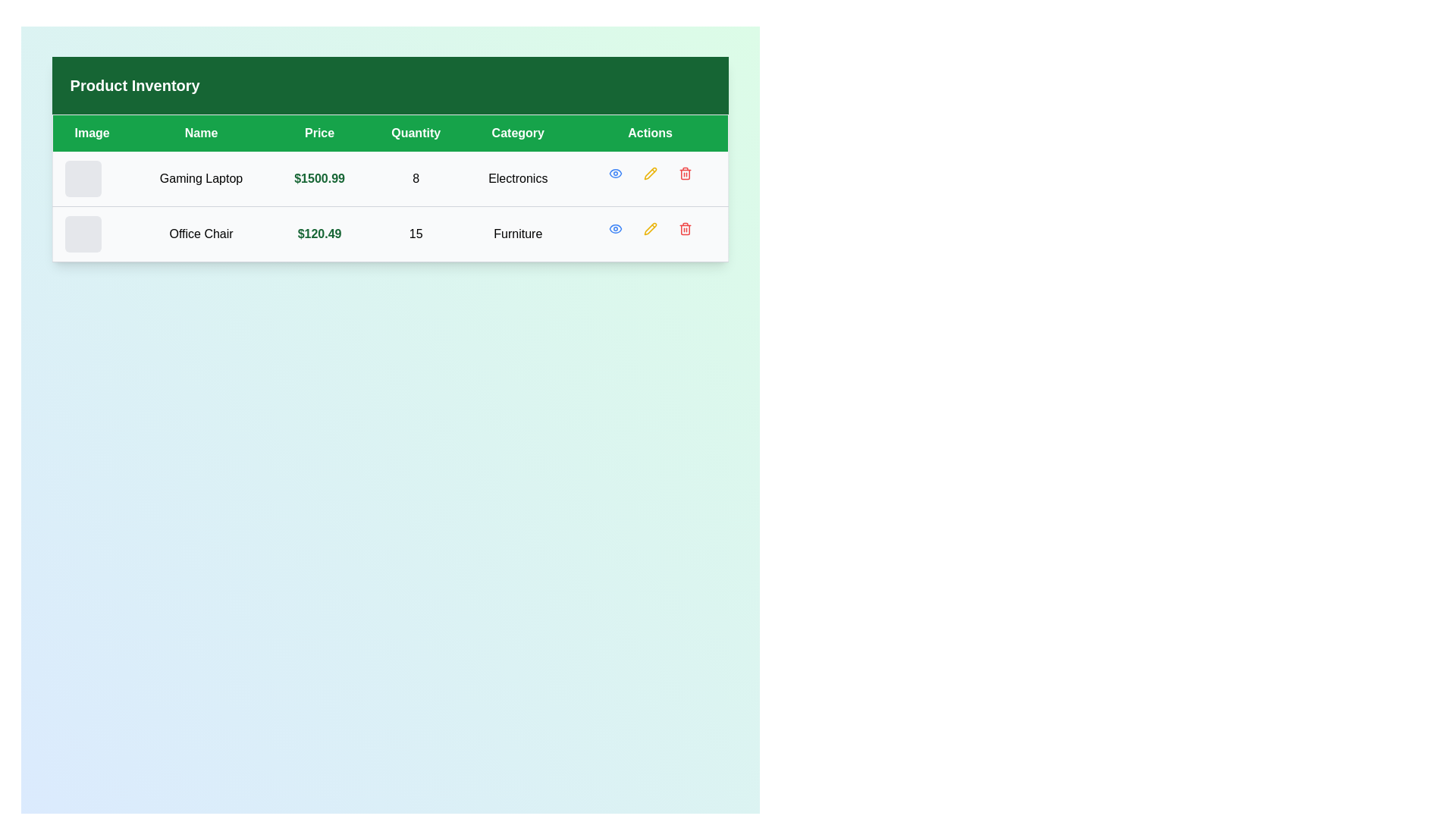 Image resolution: width=1456 pixels, height=819 pixels. What do you see at coordinates (200, 178) in the screenshot?
I see `the text label displaying 'Gaming Laptop' in bold black font, located in the second column of the first row of the data table below the 'Product Inventory' header` at bounding box center [200, 178].